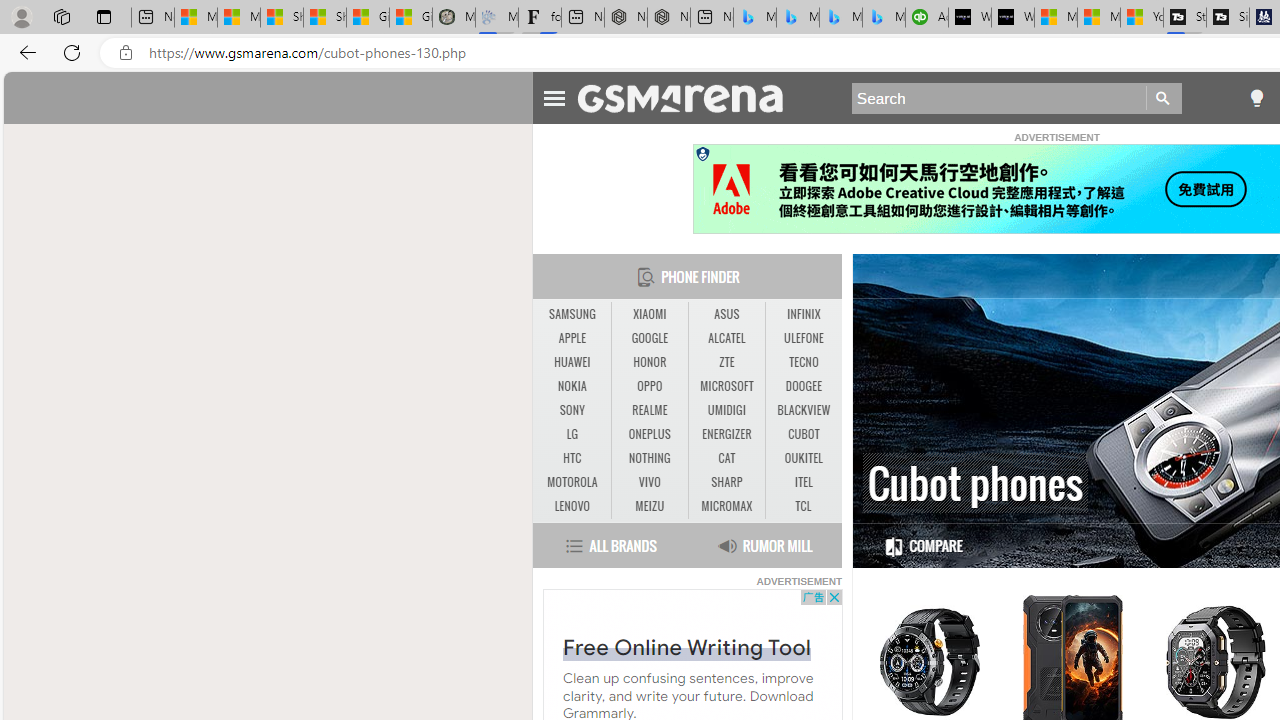 This screenshot has height=720, width=1280. What do you see at coordinates (650, 338) in the screenshot?
I see `'GOOGLE'` at bounding box center [650, 338].